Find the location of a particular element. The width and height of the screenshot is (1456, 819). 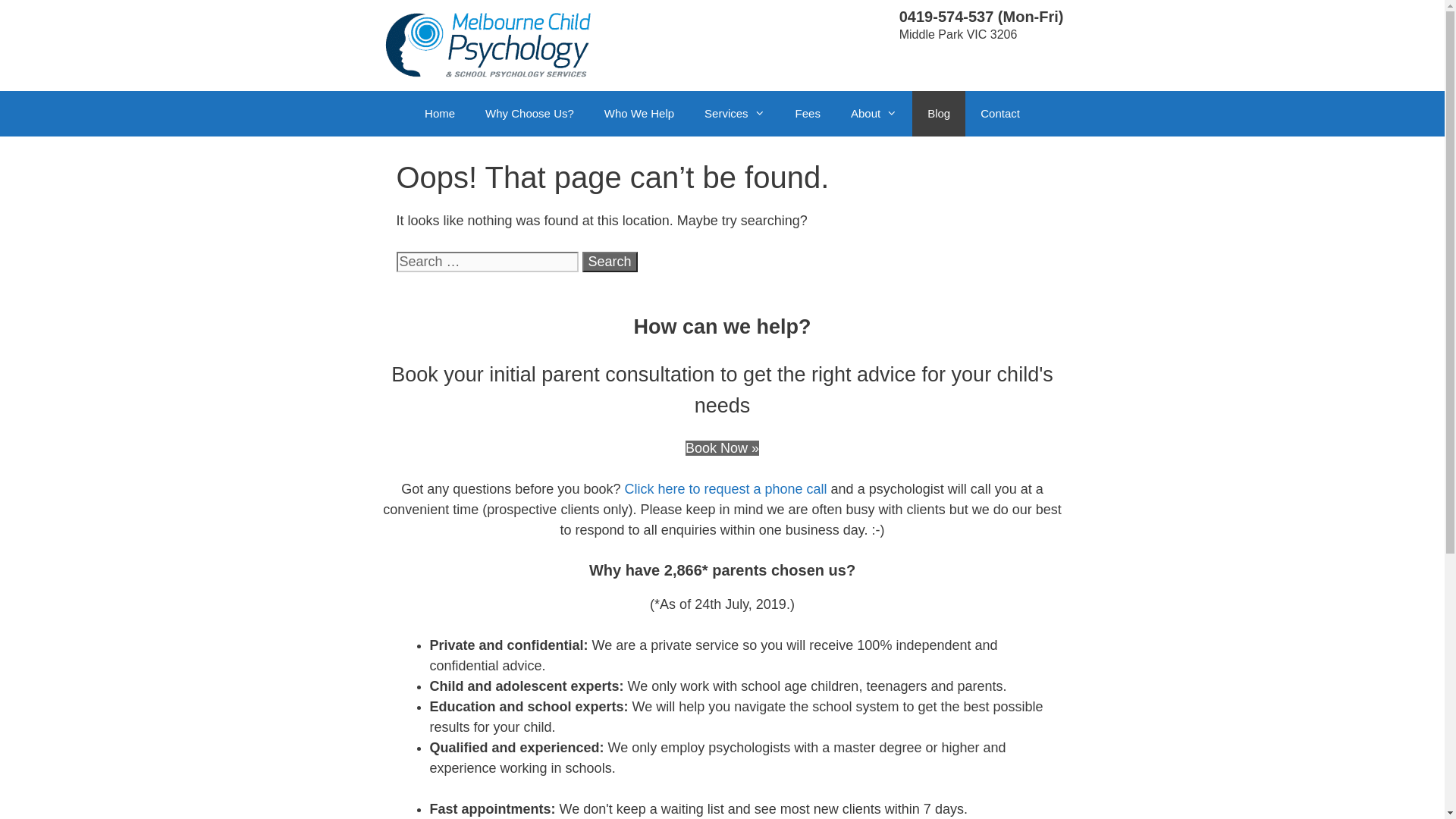

'About' is located at coordinates (835, 113).